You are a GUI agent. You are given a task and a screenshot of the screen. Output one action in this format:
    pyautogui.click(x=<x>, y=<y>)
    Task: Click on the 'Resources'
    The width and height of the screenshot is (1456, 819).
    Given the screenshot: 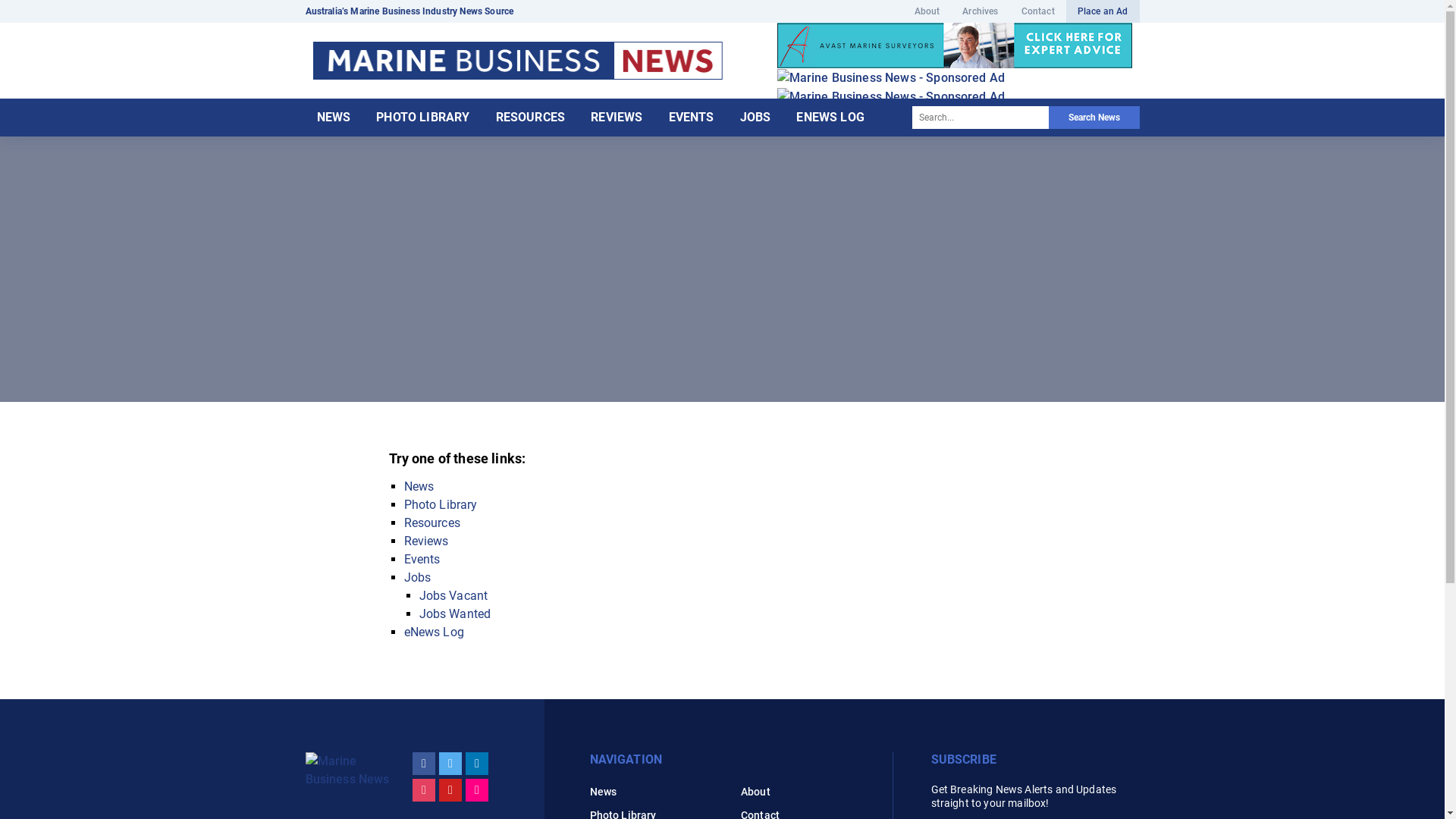 What is the action you would take?
    pyautogui.click(x=403, y=522)
    